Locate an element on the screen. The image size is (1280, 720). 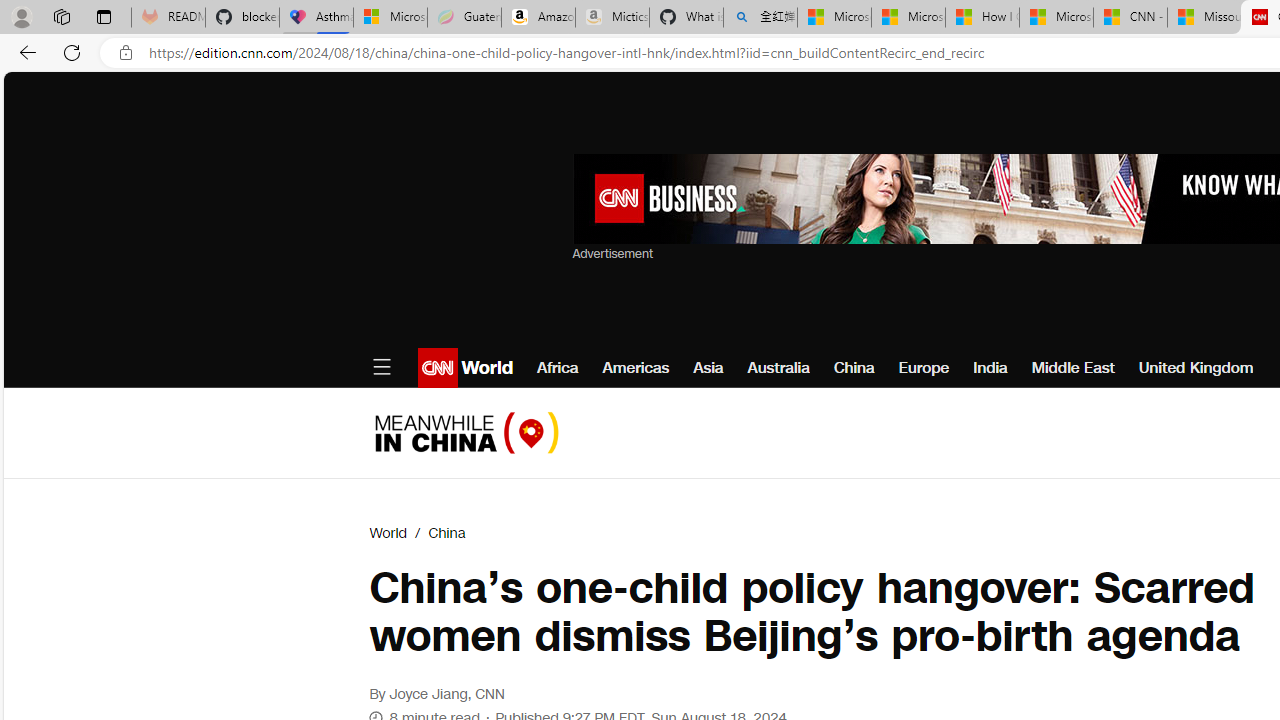
'Middle East' is located at coordinates (1071, 367).